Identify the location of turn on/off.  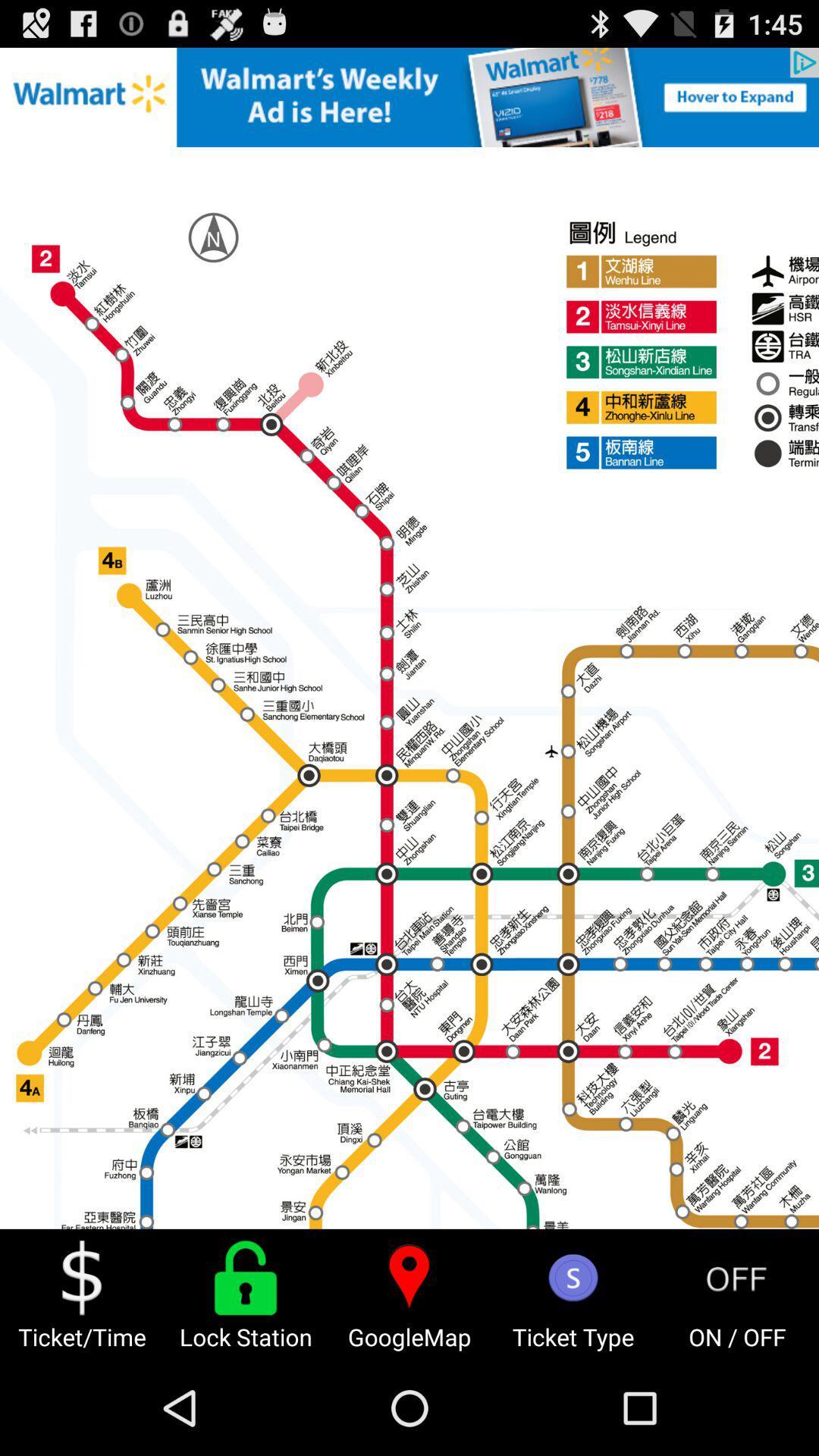
(736, 1277).